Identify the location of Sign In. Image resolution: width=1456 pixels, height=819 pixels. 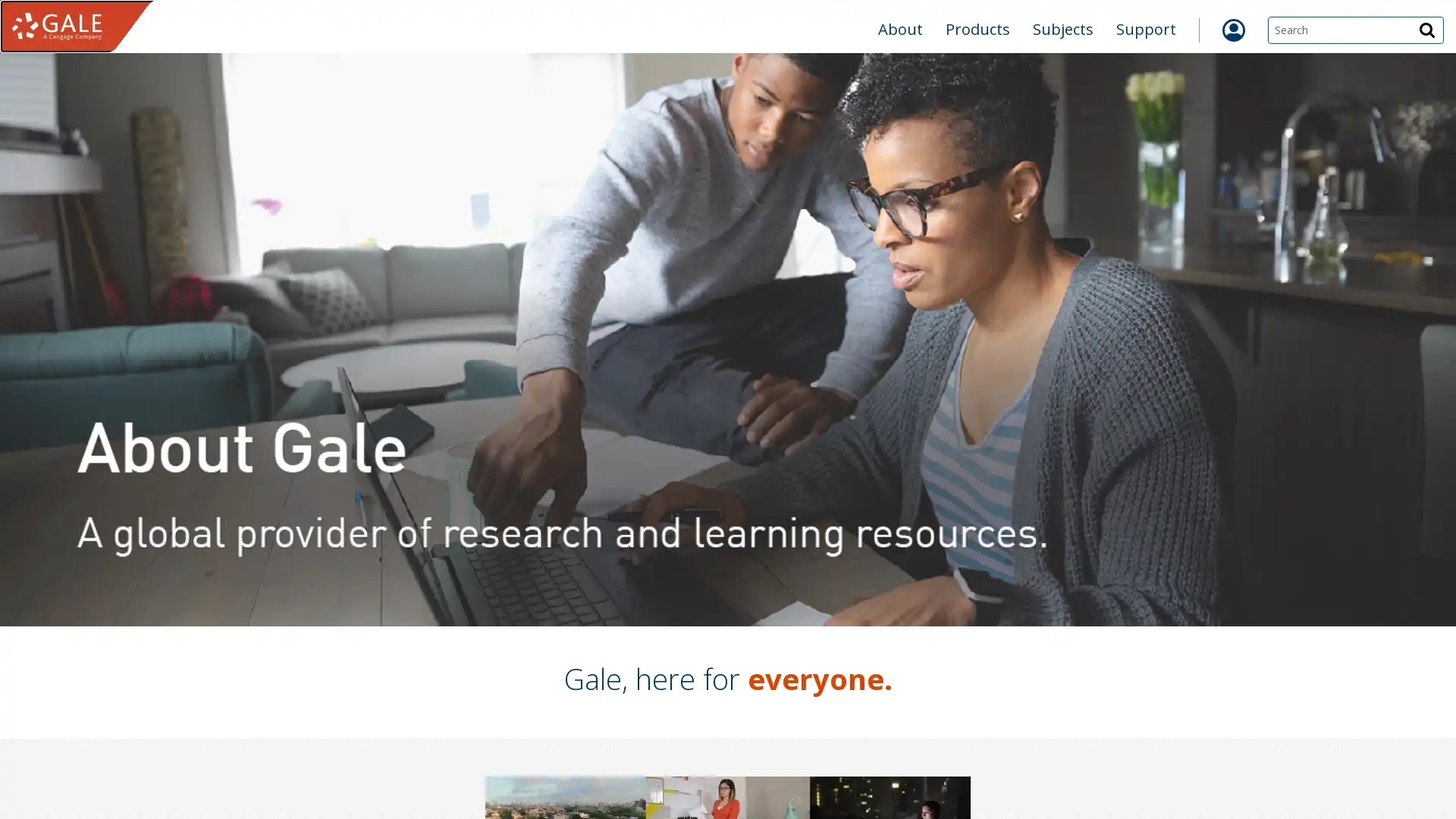
(956, 107).